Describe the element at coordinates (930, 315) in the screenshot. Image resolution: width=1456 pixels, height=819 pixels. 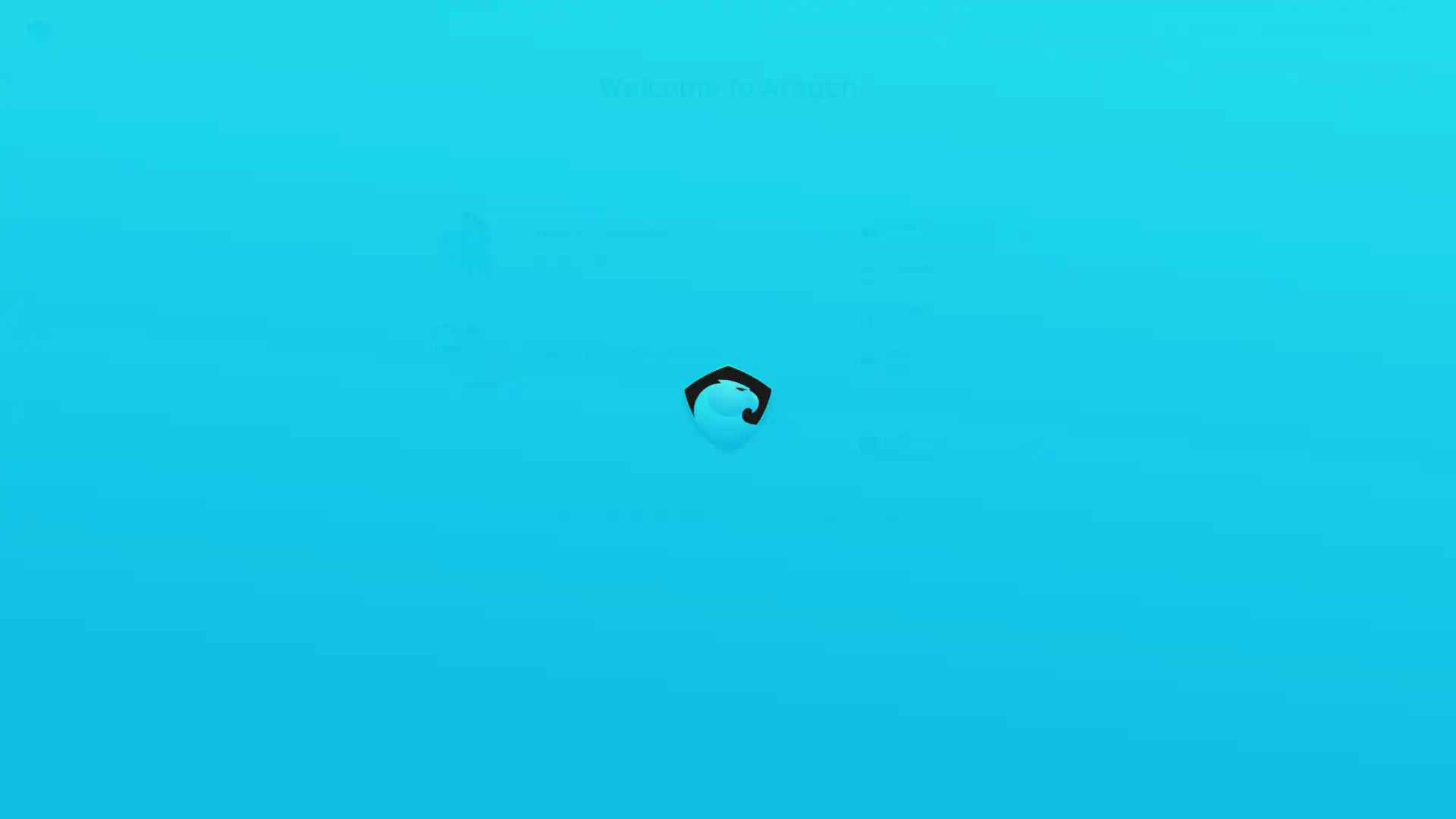
I see `Livepeer DEMOCRACY` at that location.